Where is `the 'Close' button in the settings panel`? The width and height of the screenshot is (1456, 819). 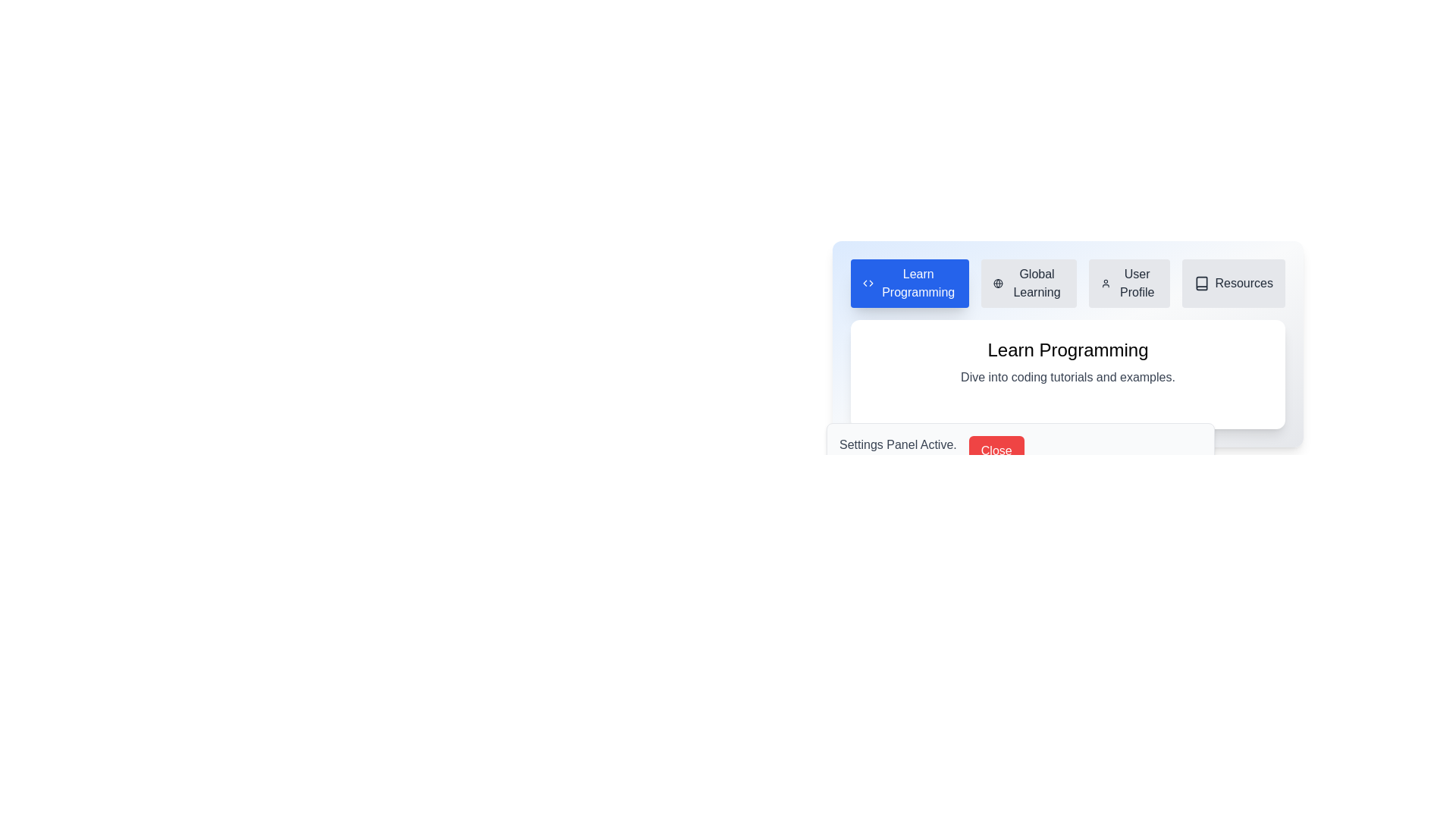
the 'Close' button in the settings panel is located at coordinates (996, 450).